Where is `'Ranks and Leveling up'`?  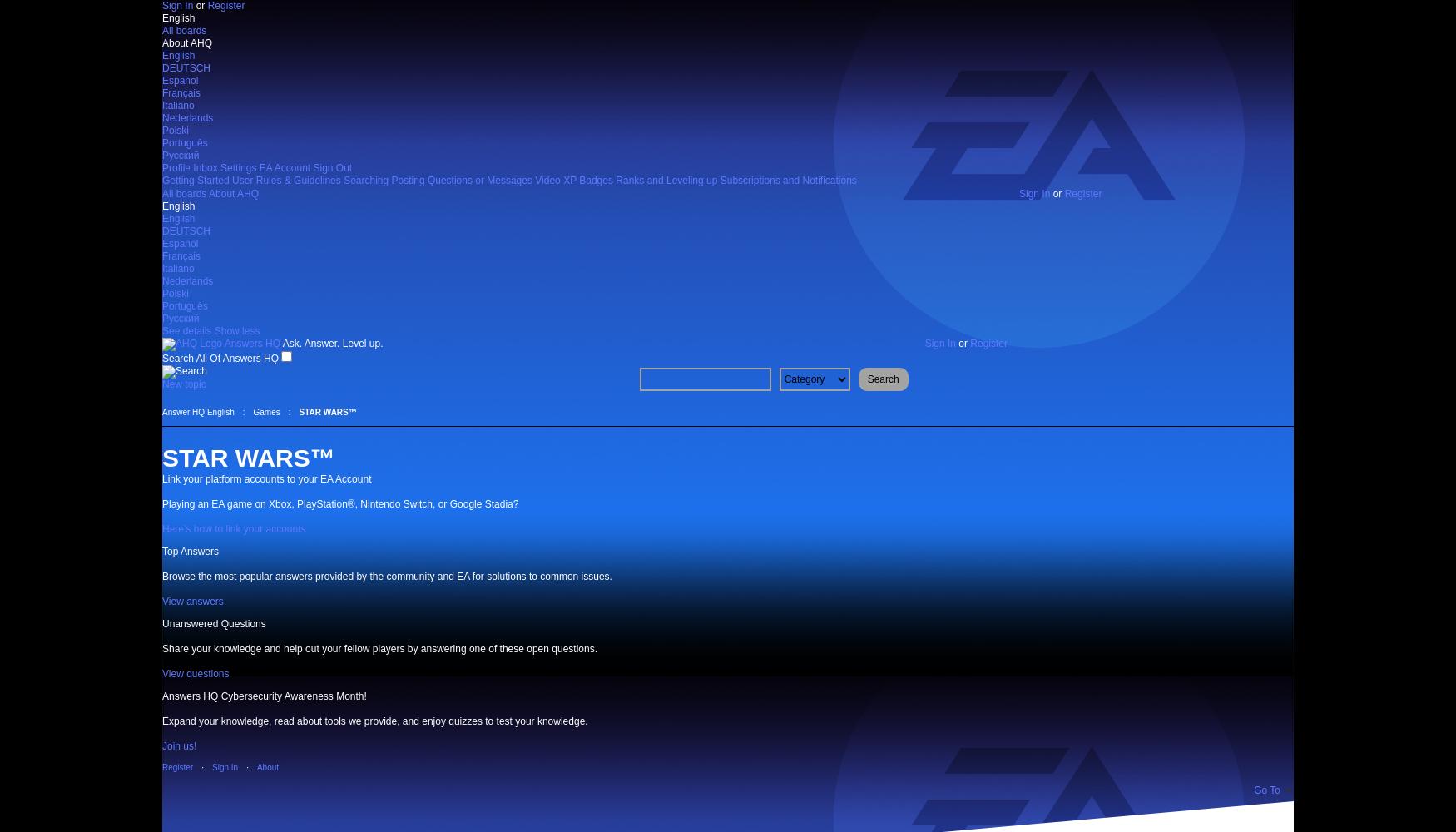 'Ranks and Leveling up' is located at coordinates (665, 180).